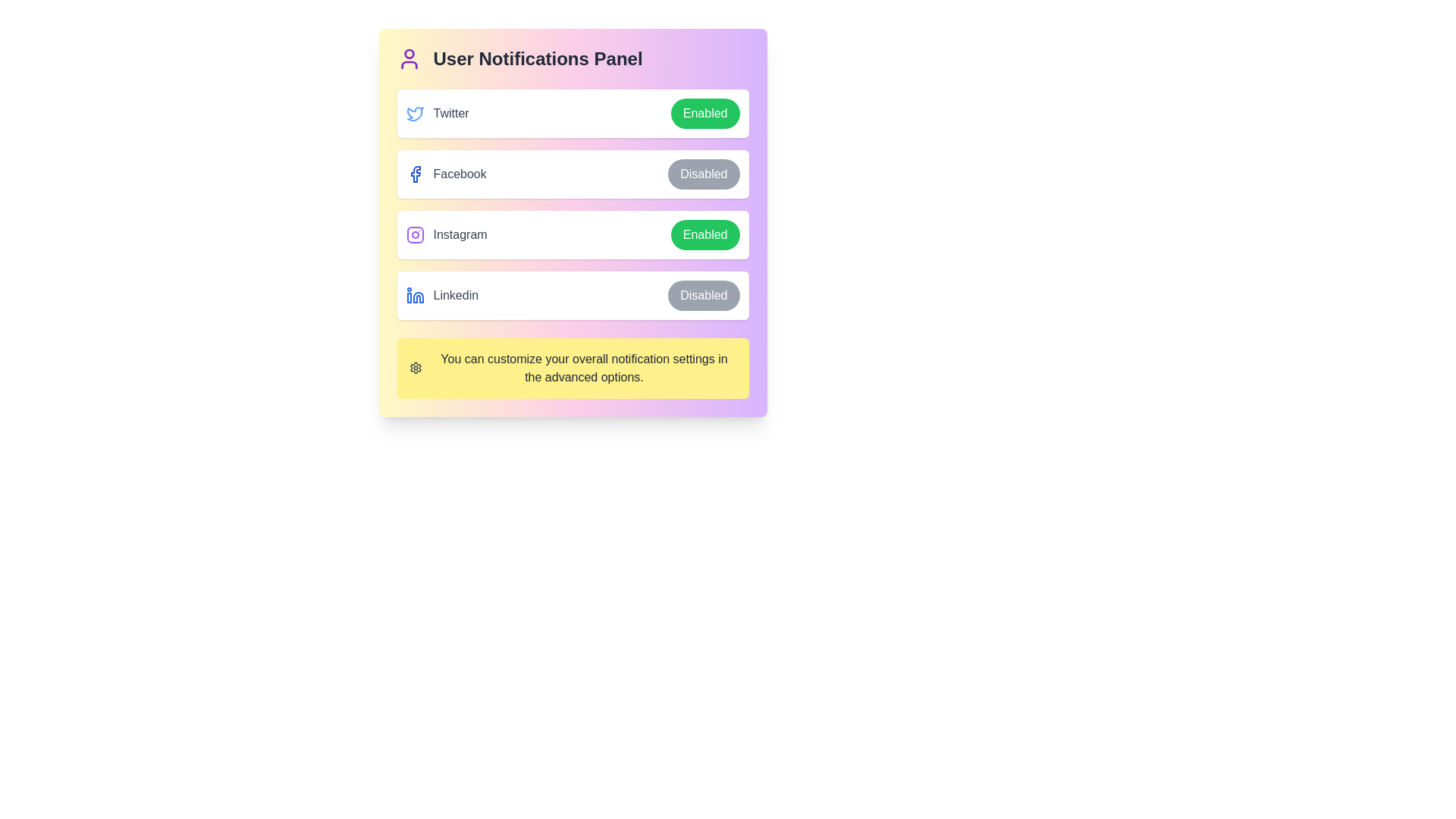 Image resolution: width=1456 pixels, height=819 pixels. I want to click on the details of the LinkedIn logo icon located in the fourth row of social media platforms, positioned beside the 'LinkedIn' label and to the left of the 'Disabled' toggle switch, so click(418, 297).